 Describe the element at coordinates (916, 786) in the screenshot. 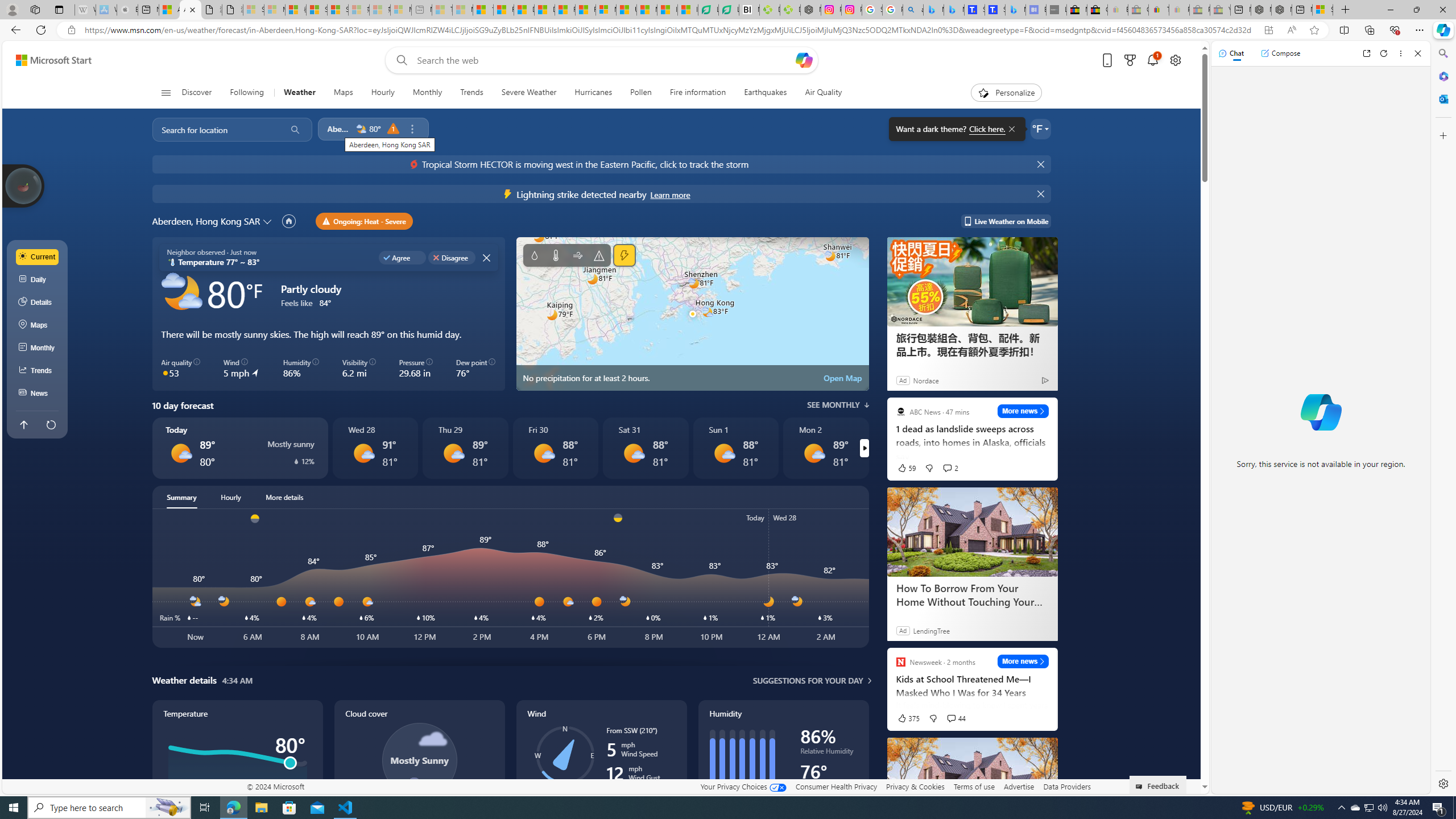

I see `'Privacy & Cookies'` at that location.